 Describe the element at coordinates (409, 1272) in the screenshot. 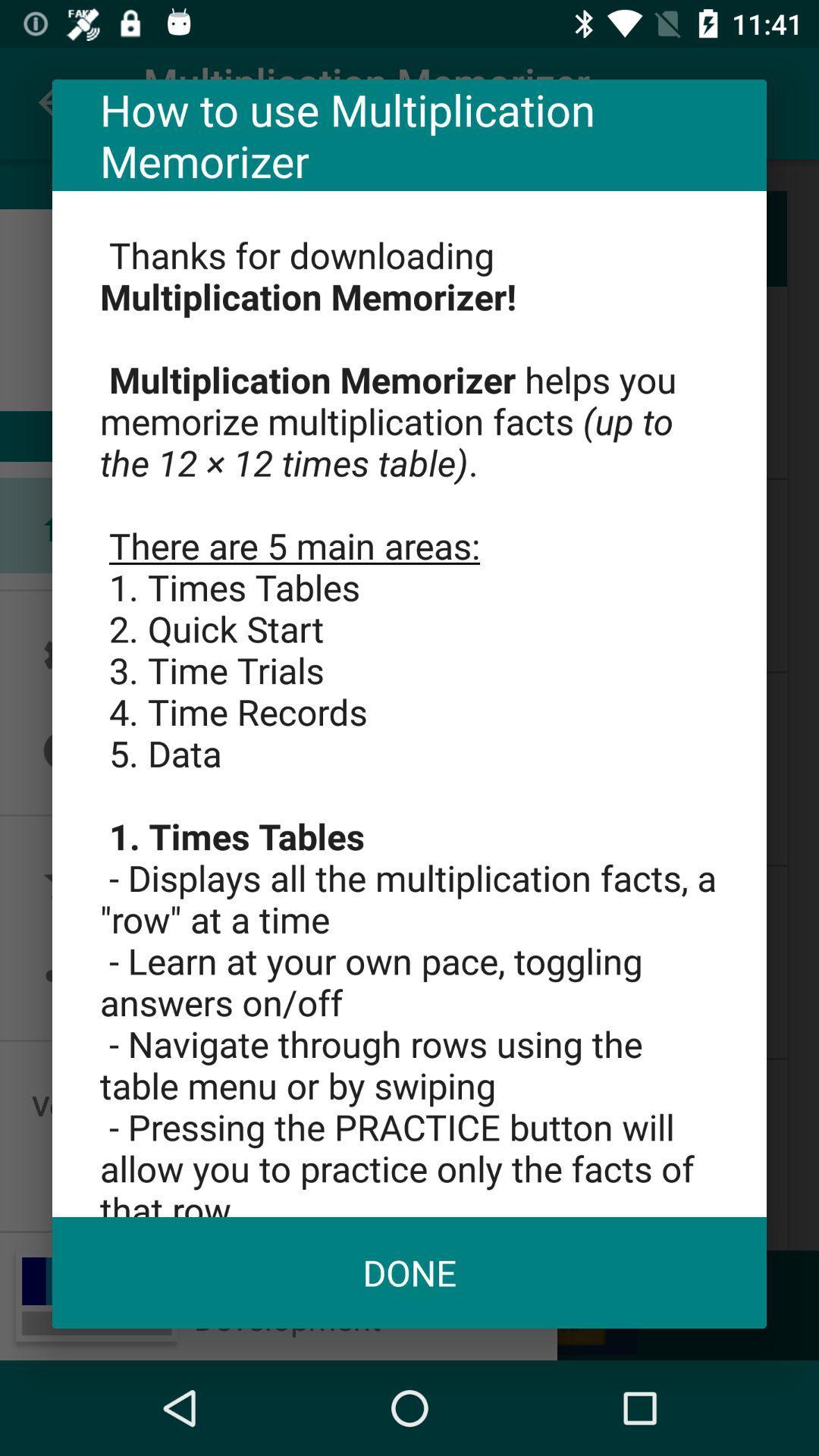

I see `the done item` at that location.